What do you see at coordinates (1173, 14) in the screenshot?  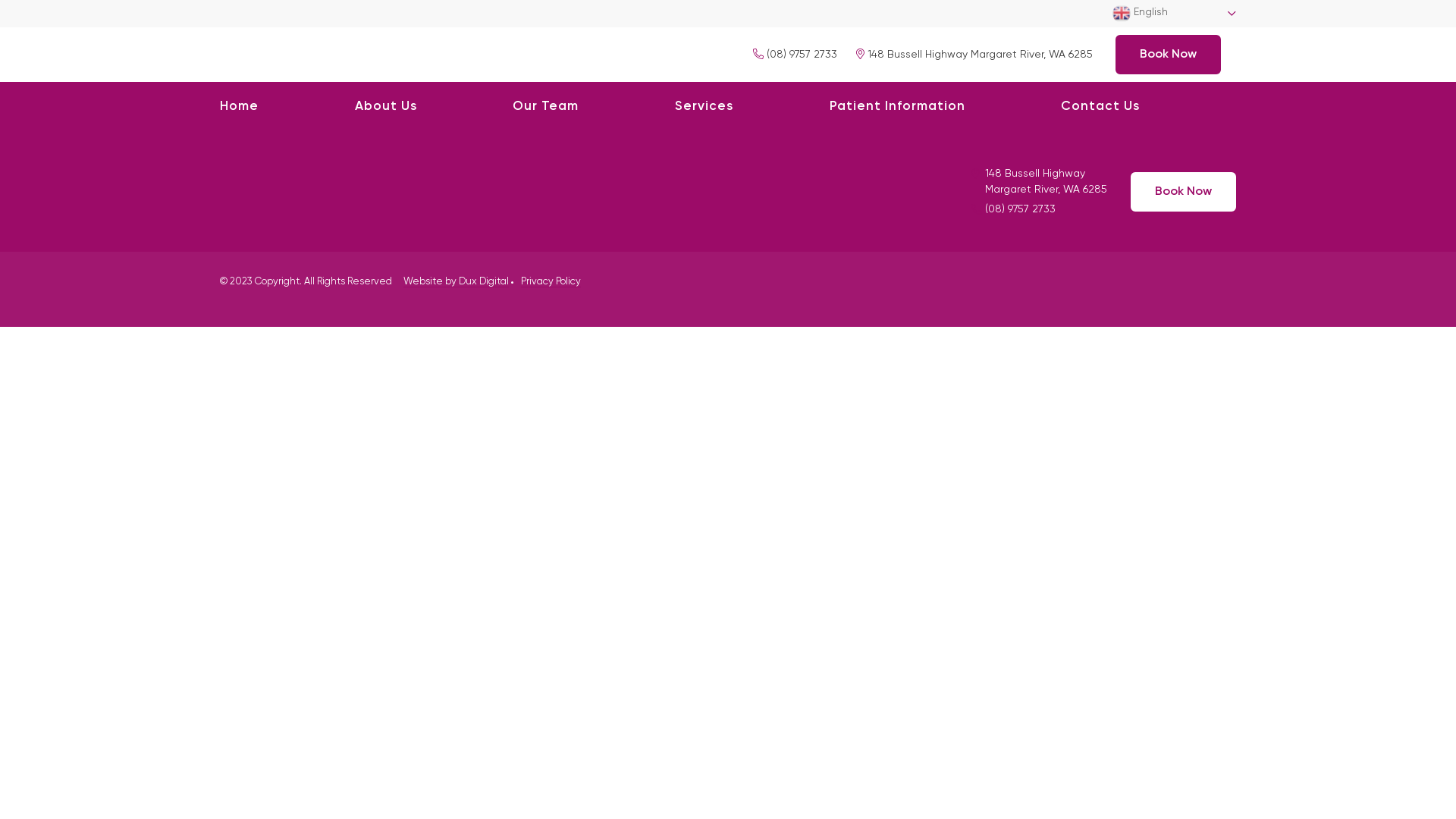 I see `'English'` at bounding box center [1173, 14].